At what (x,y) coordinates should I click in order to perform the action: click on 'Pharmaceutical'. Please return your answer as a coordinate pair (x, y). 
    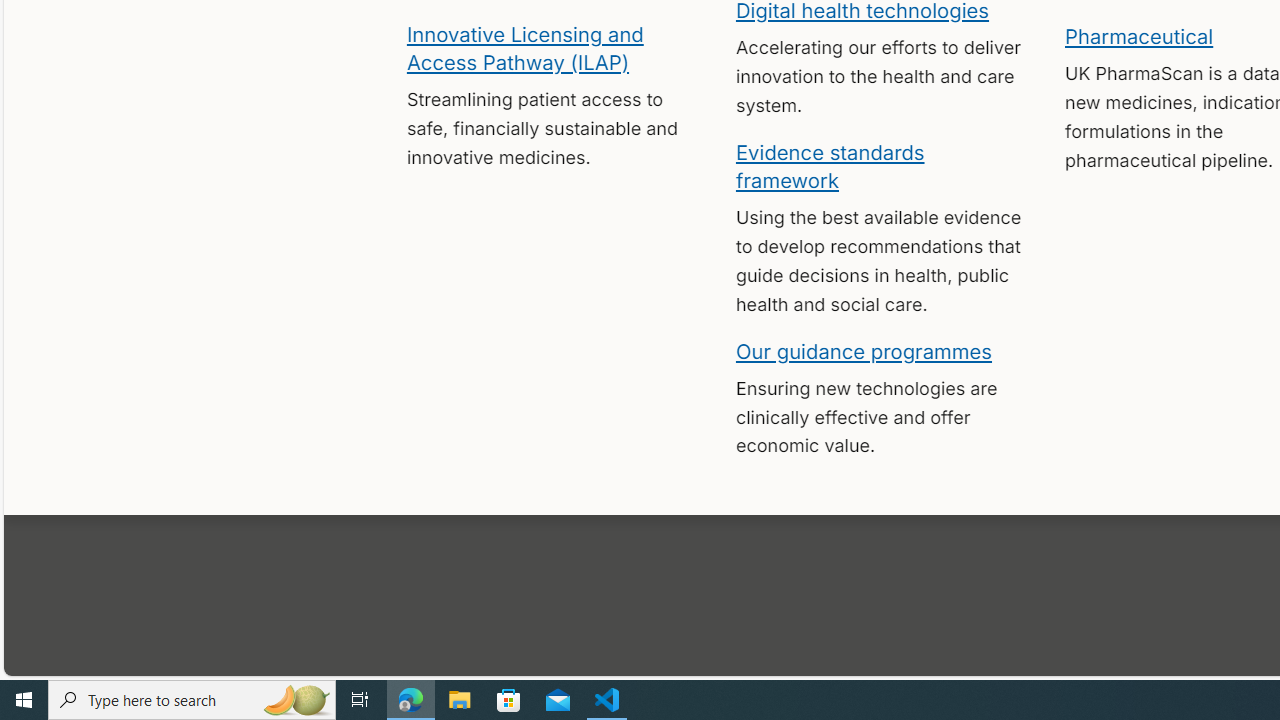
    Looking at the image, I should click on (1139, 36).